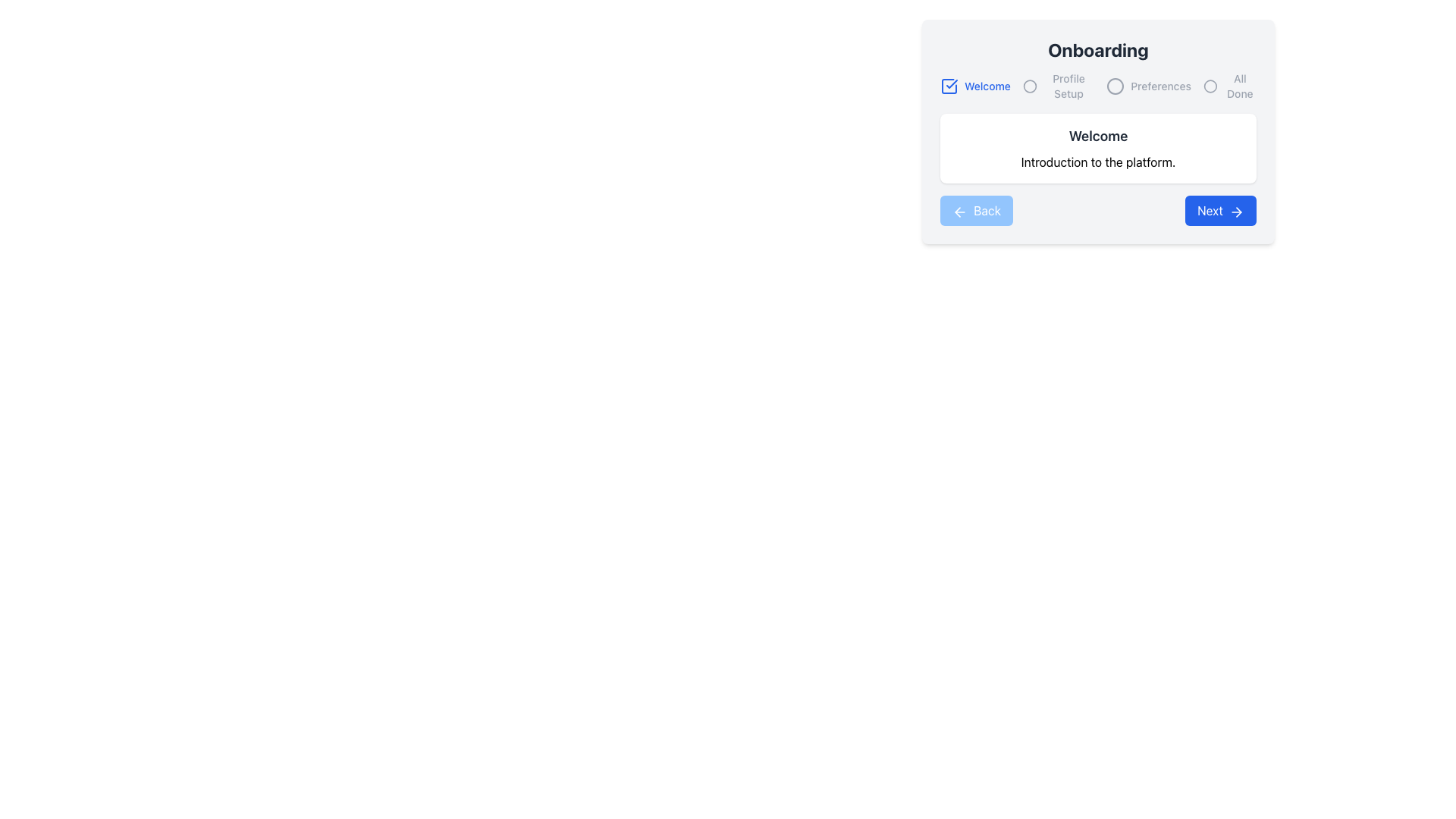 Image resolution: width=1456 pixels, height=819 pixels. I want to click on the Labeled icon indicating the active or completed status of the 'Welcome' onboarding step, located in the top-left section of the horizontal navigation component titled 'Onboarding', so click(975, 86).